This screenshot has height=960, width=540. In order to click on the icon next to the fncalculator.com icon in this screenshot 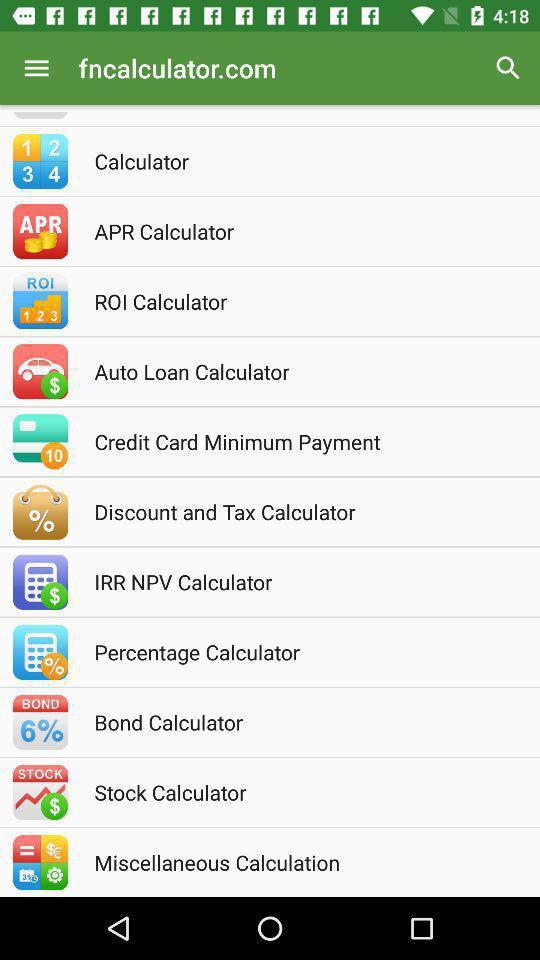, I will do `click(508, 68)`.